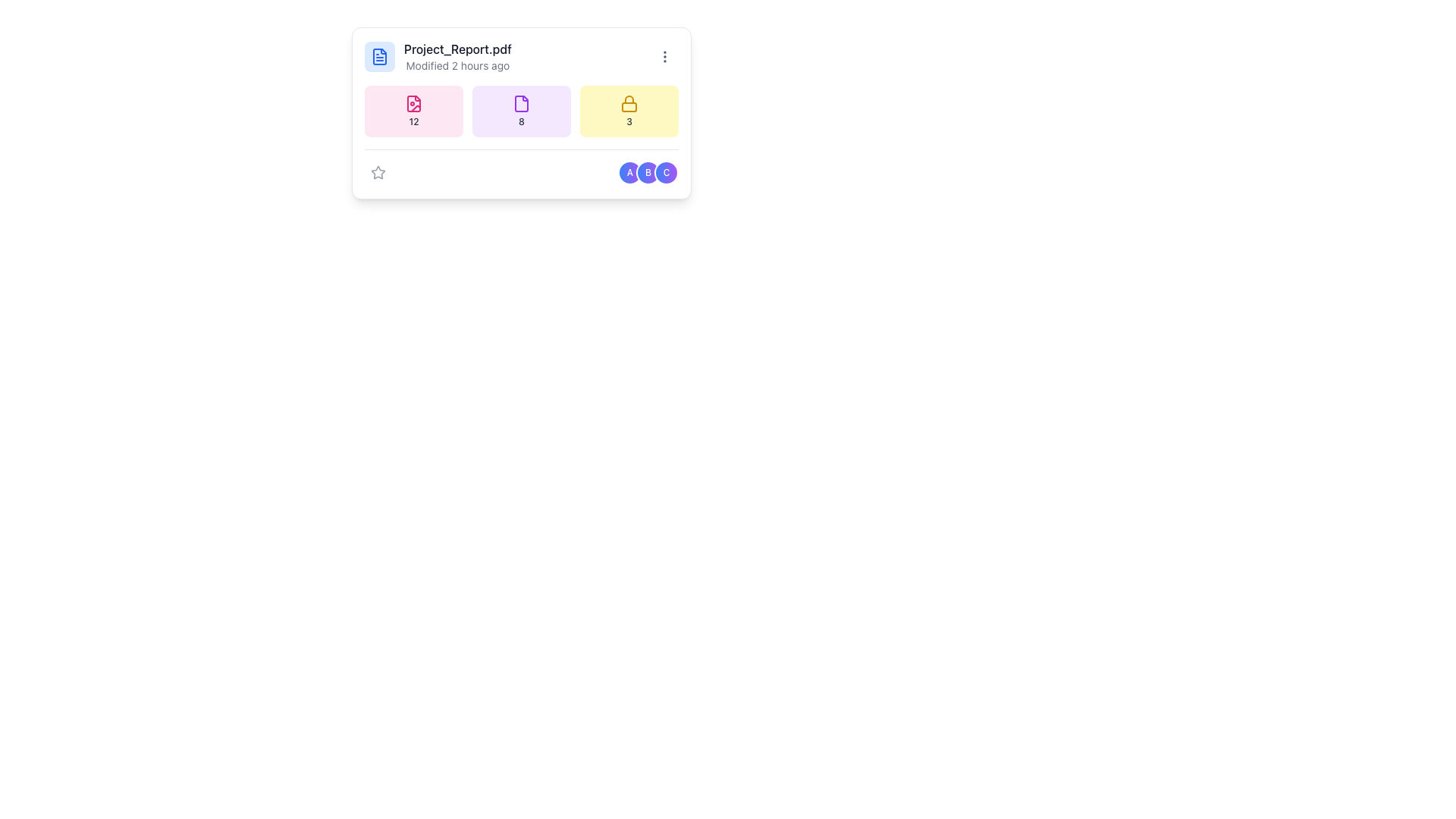 The image size is (1456, 819). Describe the element at coordinates (629, 106) in the screenshot. I see `the bottom rectangular section of the lock icon within the yellow card on the rightmost side of the layout` at that location.